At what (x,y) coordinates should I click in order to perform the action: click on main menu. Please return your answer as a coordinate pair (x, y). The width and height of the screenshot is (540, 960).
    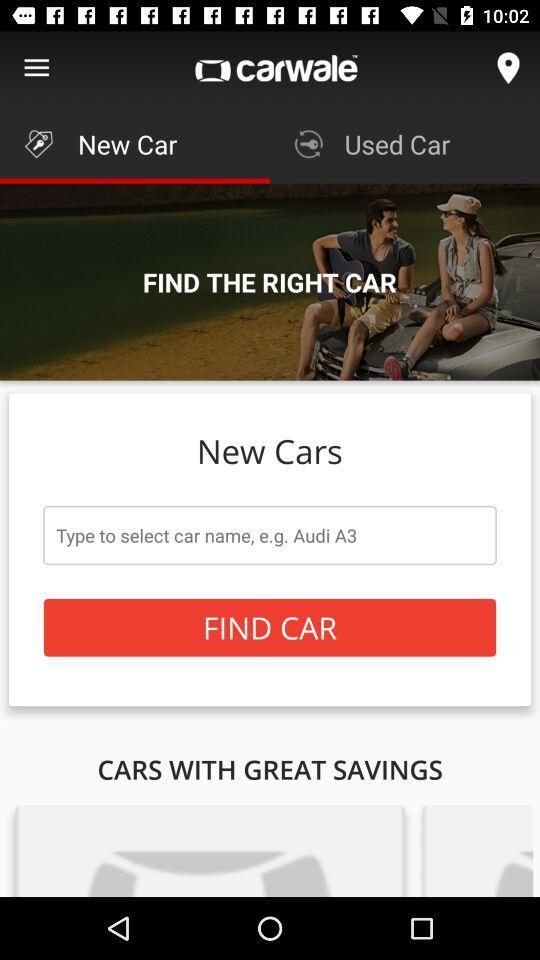
    Looking at the image, I should click on (36, 68).